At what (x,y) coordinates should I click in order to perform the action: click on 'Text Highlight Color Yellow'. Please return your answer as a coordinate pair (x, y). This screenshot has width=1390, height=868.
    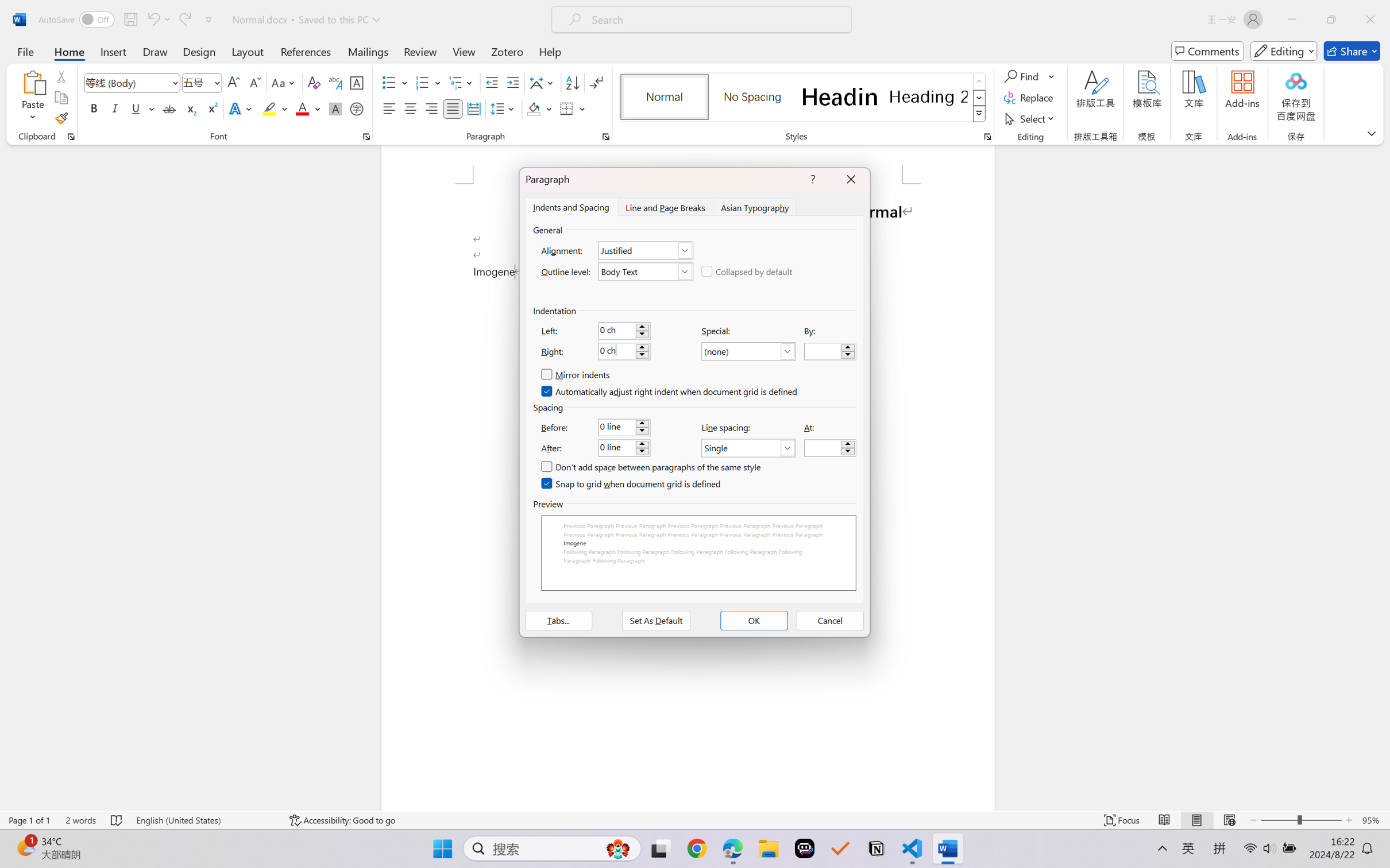
    Looking at the image, I should click on (269, 108).